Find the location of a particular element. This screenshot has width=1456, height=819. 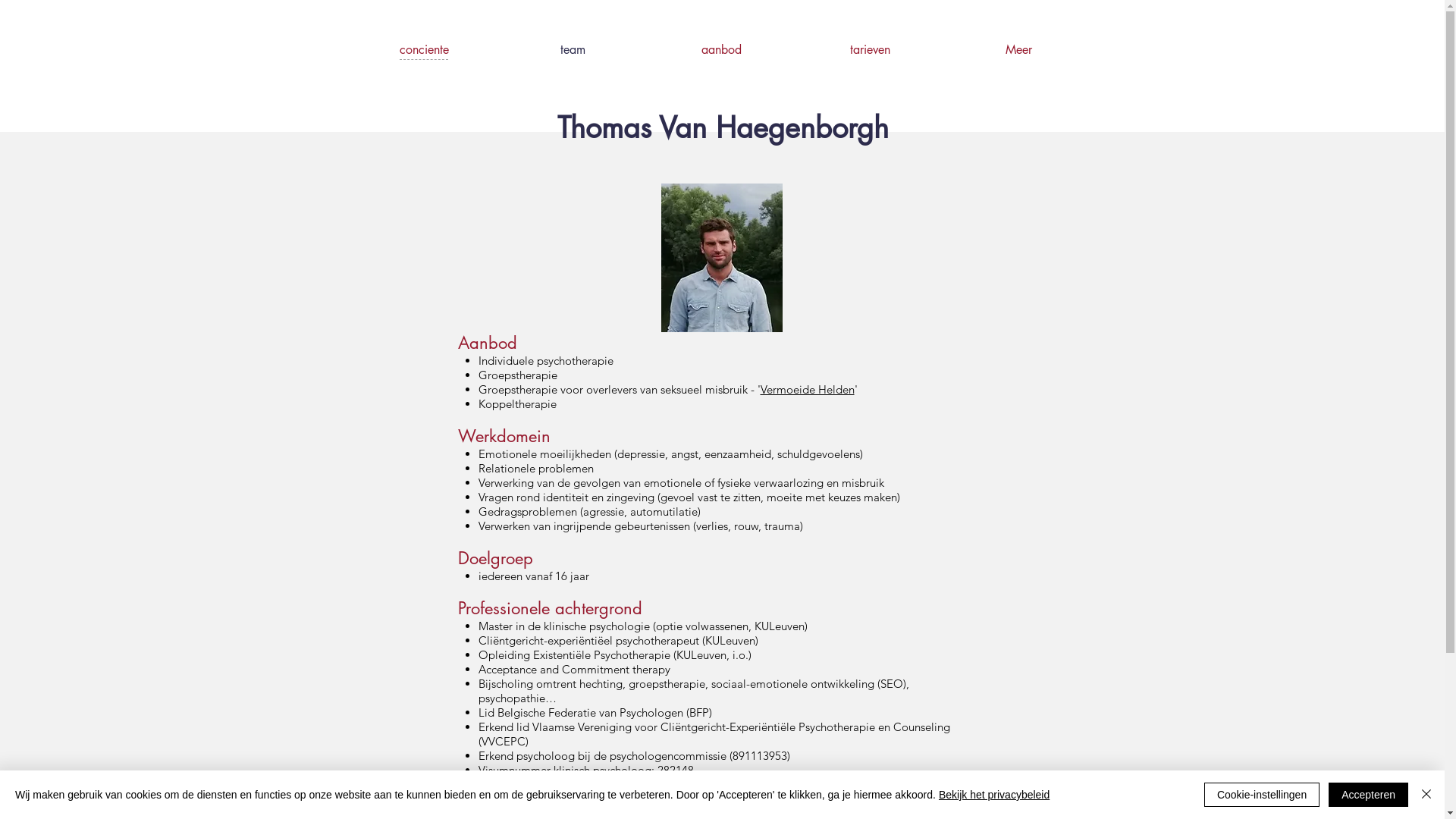

'Vermoeide Helden' is located at coordinates (806, 388).